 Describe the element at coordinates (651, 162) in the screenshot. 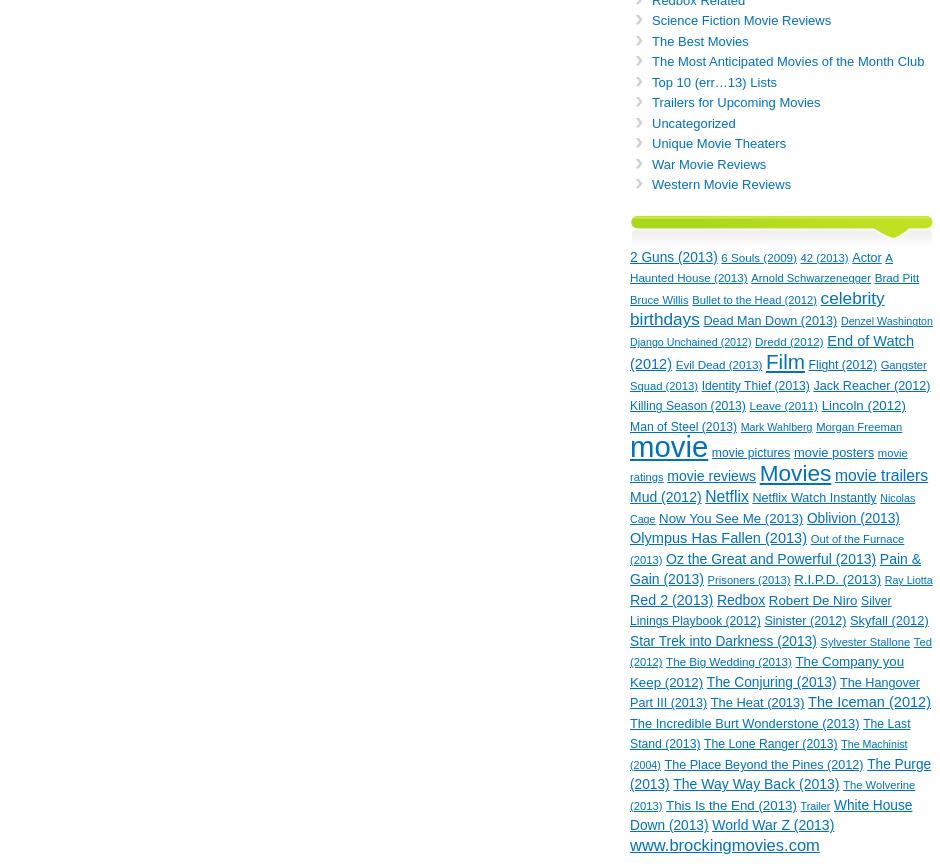

I see `'War Movie Reviews'` at that location.